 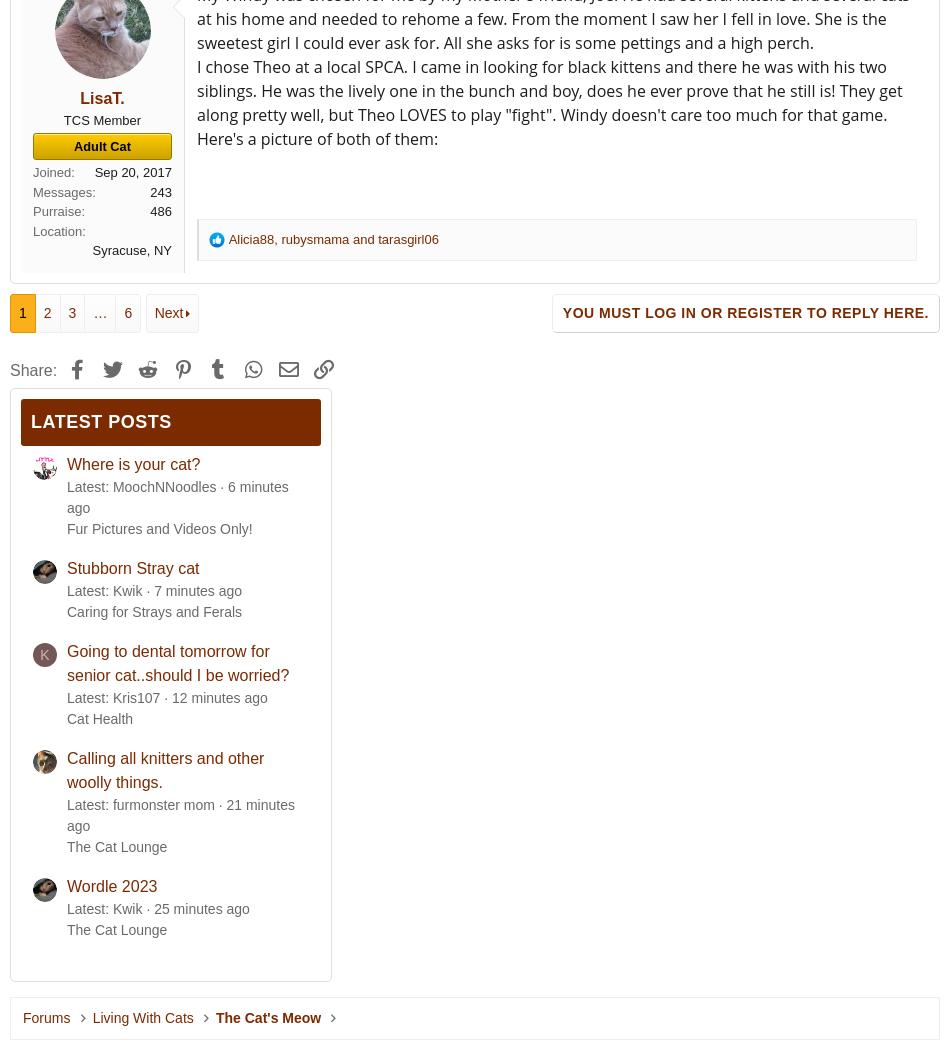 What do you see at coordinates (177, 495) in the screenshot?
I see `'6 minutes ago'` at bounding box center [177, 495].